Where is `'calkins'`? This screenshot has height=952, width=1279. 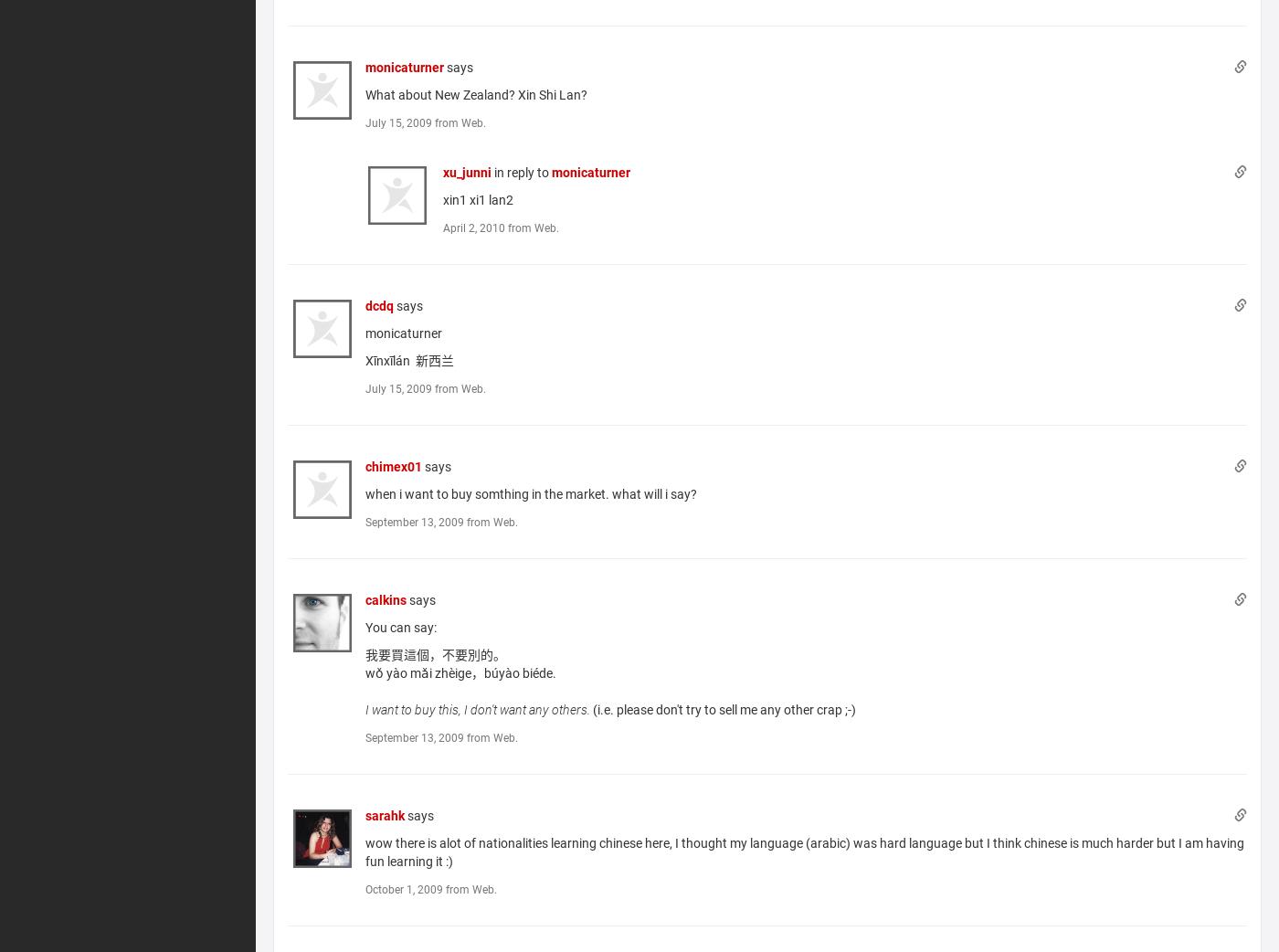
'calkins' is located at coordinates (364, 599).